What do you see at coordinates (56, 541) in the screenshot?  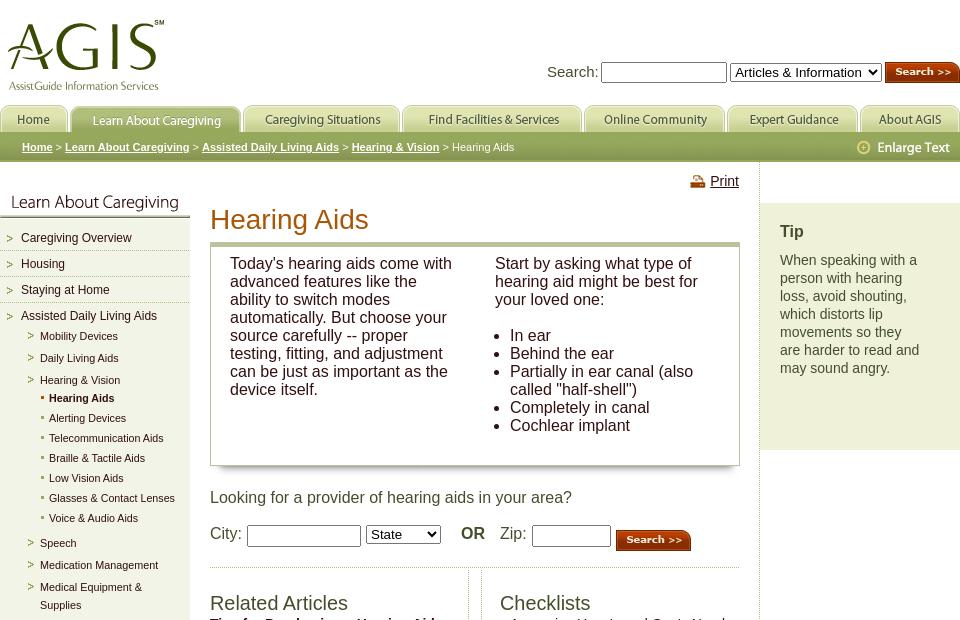 I see `'Speech'` at bounding box center [56, 541].